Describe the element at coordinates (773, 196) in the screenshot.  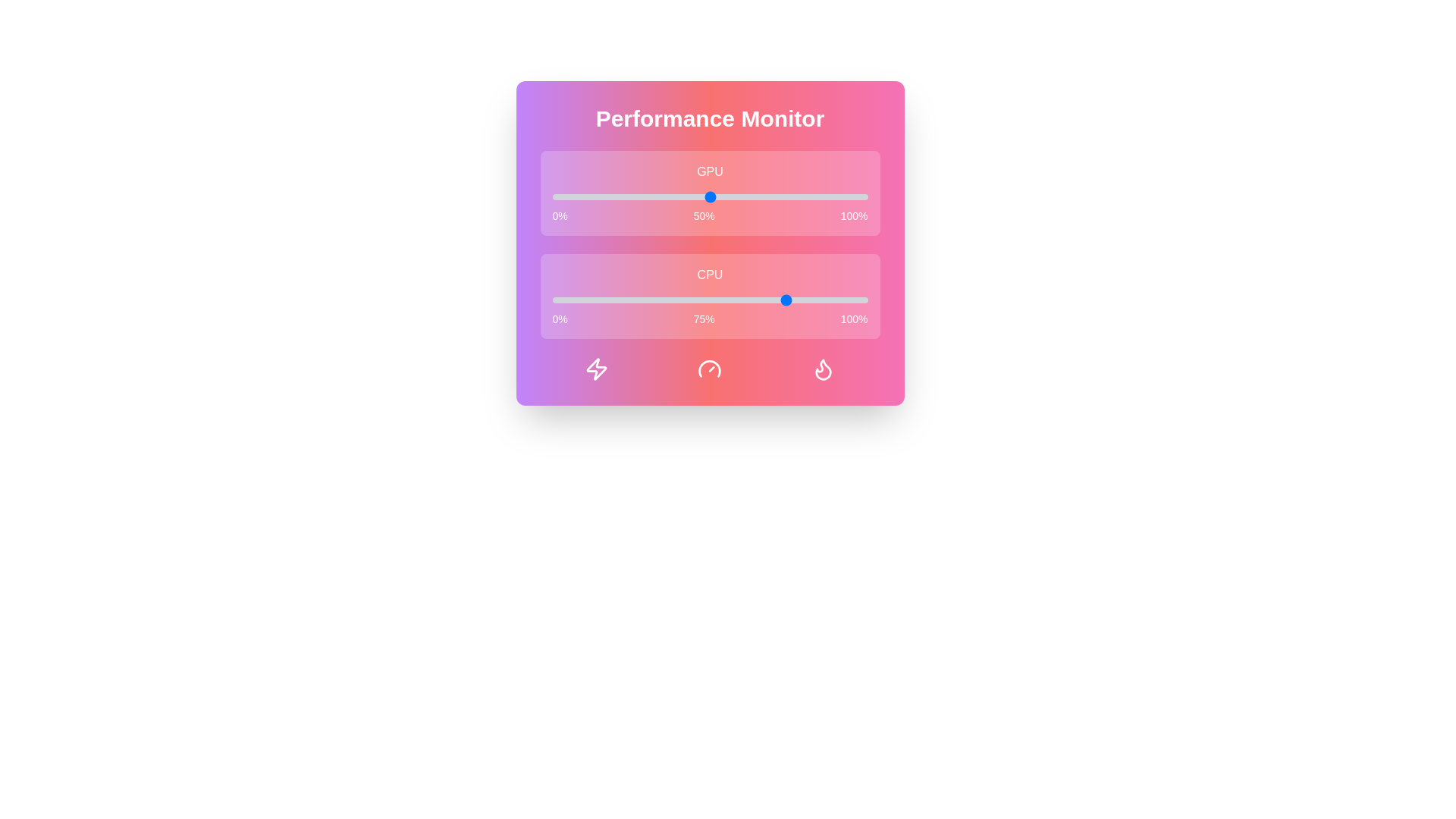
I see `the GPU performance slider to 70%` at that location.